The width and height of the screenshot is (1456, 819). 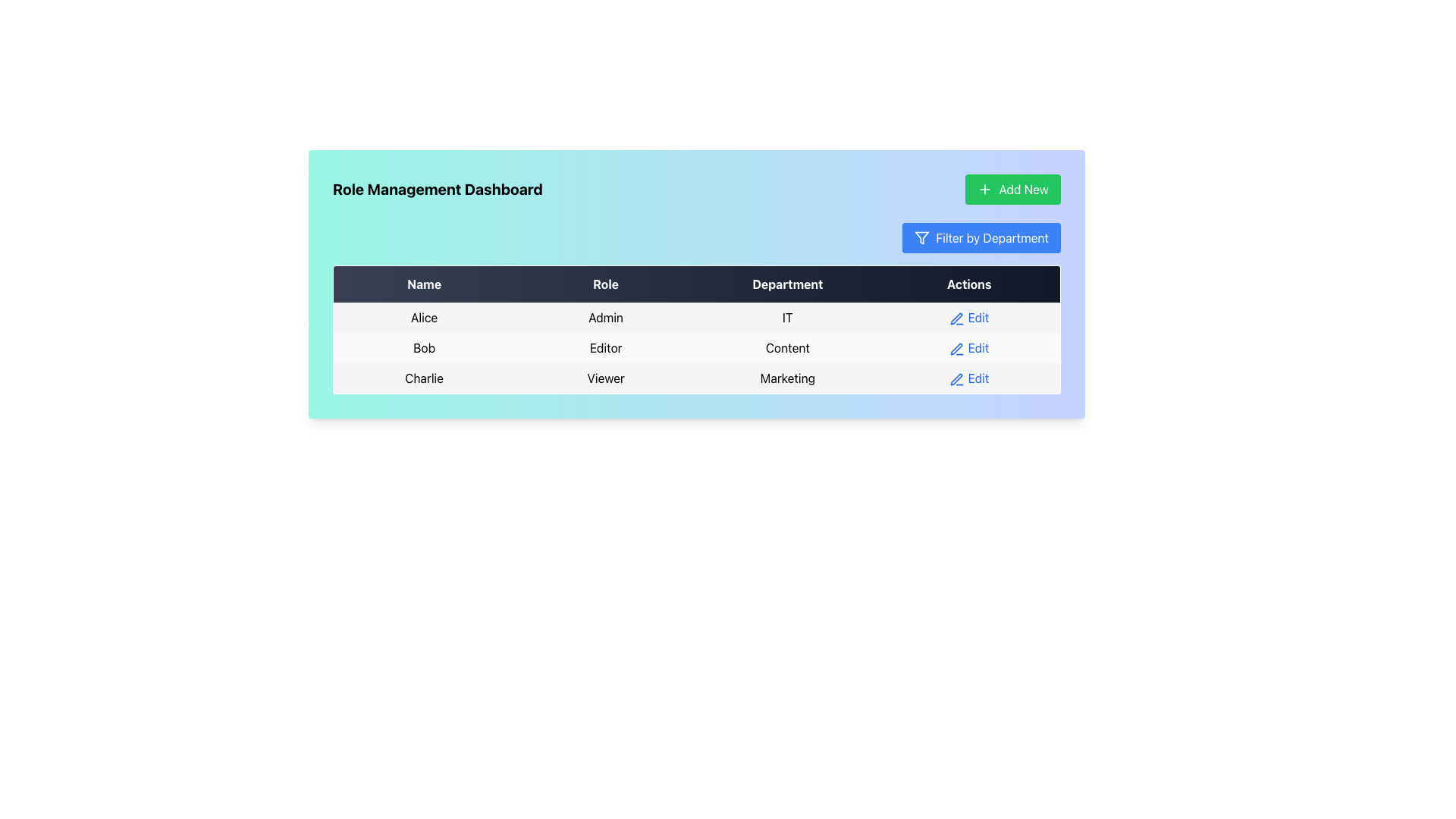 What do you see at coordinates (424, 348) in the screenshot?
I see `the static text element displaying 'Bob', located in the second row and first column of the table under the 'Name' header` at bounding box center [424, 348].